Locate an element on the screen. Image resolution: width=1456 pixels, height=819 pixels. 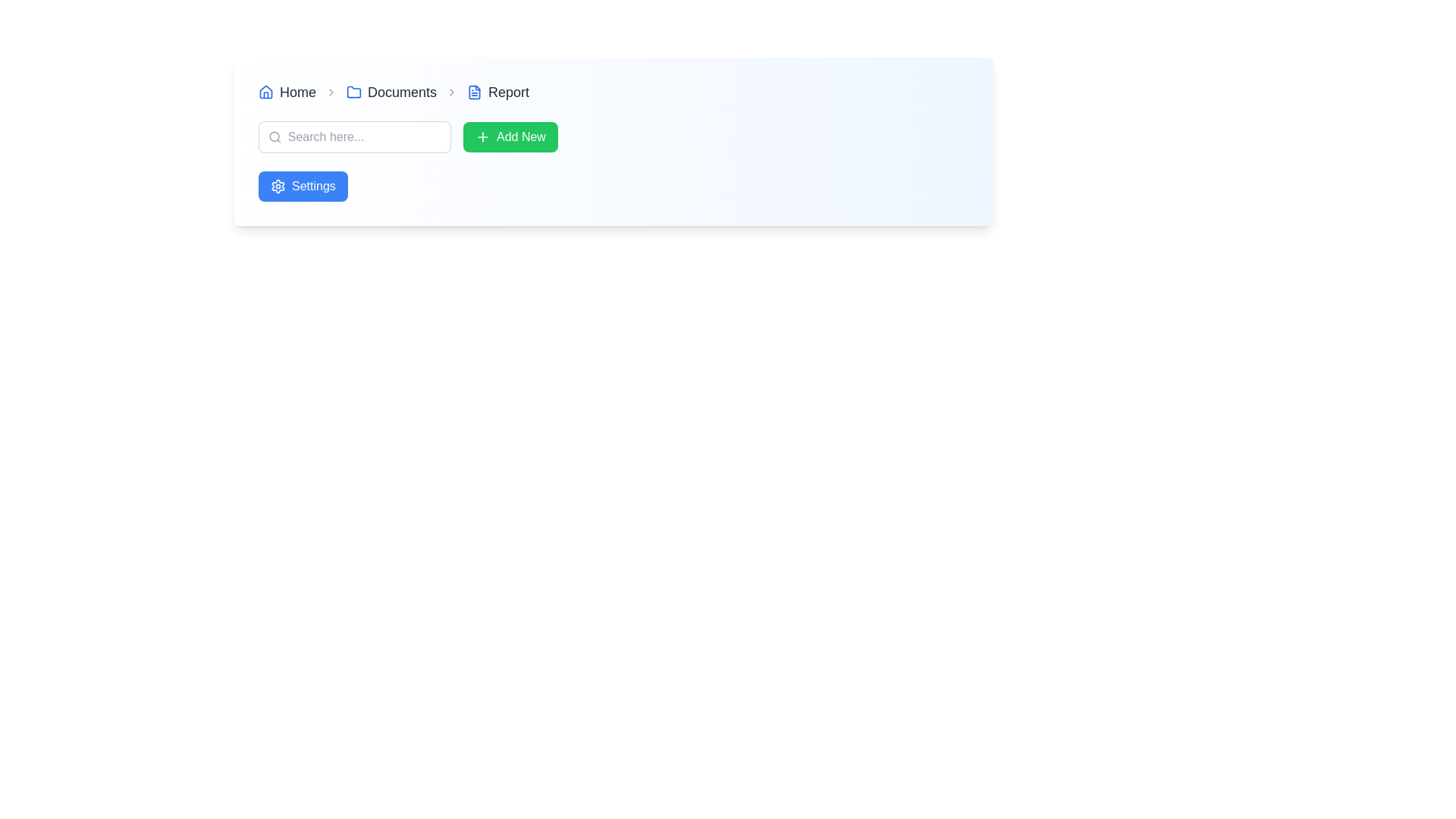
text of the 'Home' label in the breadcrumb navigation located at the top-left corner of the user interface is located at coordinates (287, 93).